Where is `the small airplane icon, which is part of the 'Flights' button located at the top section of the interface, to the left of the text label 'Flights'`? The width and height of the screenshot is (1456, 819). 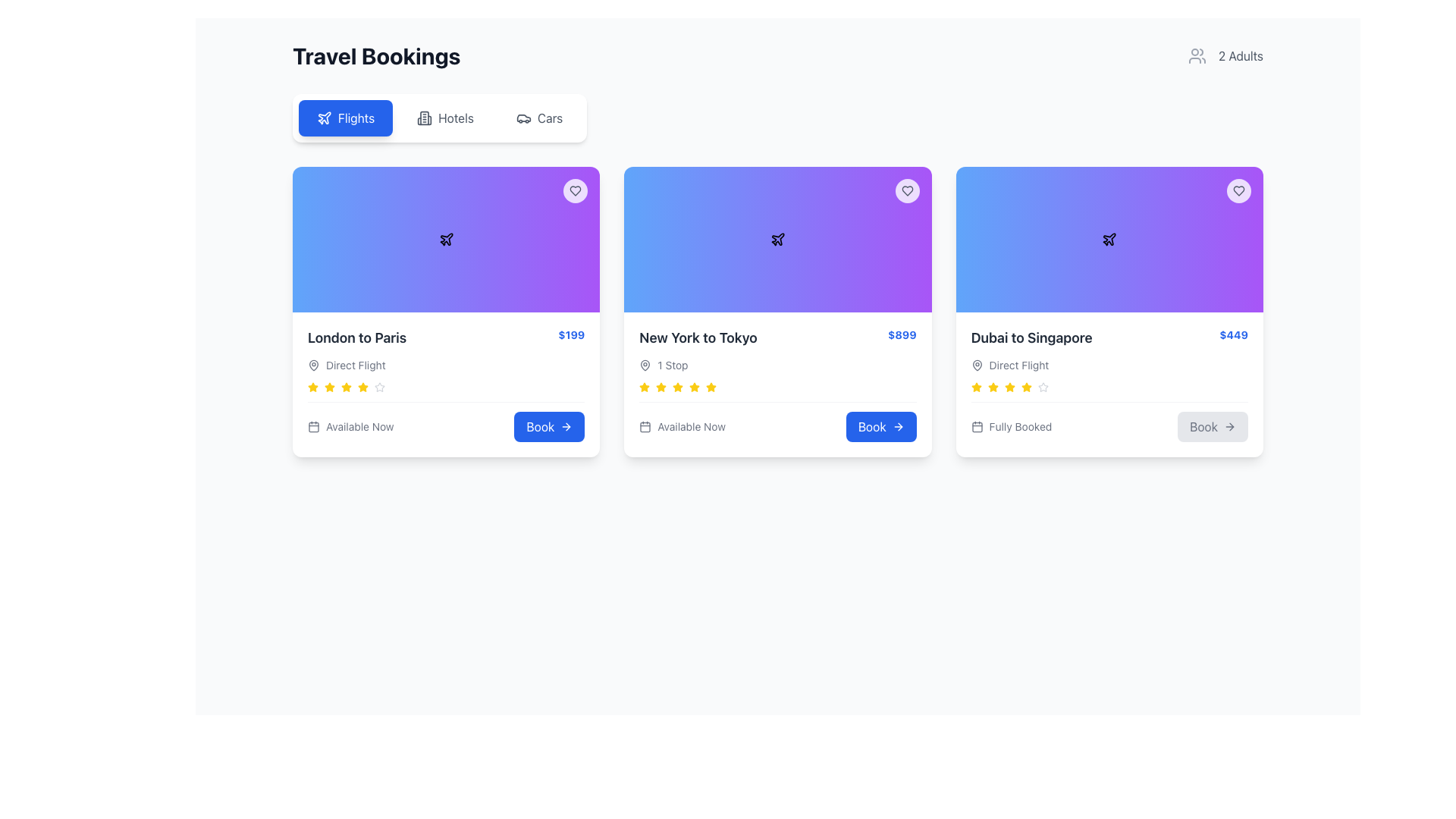
the small airplane icon, which is part of the 'Flights' button located at the top section of the interface, to the left of the text label 'Flights' is located at coordinates (323, 117).